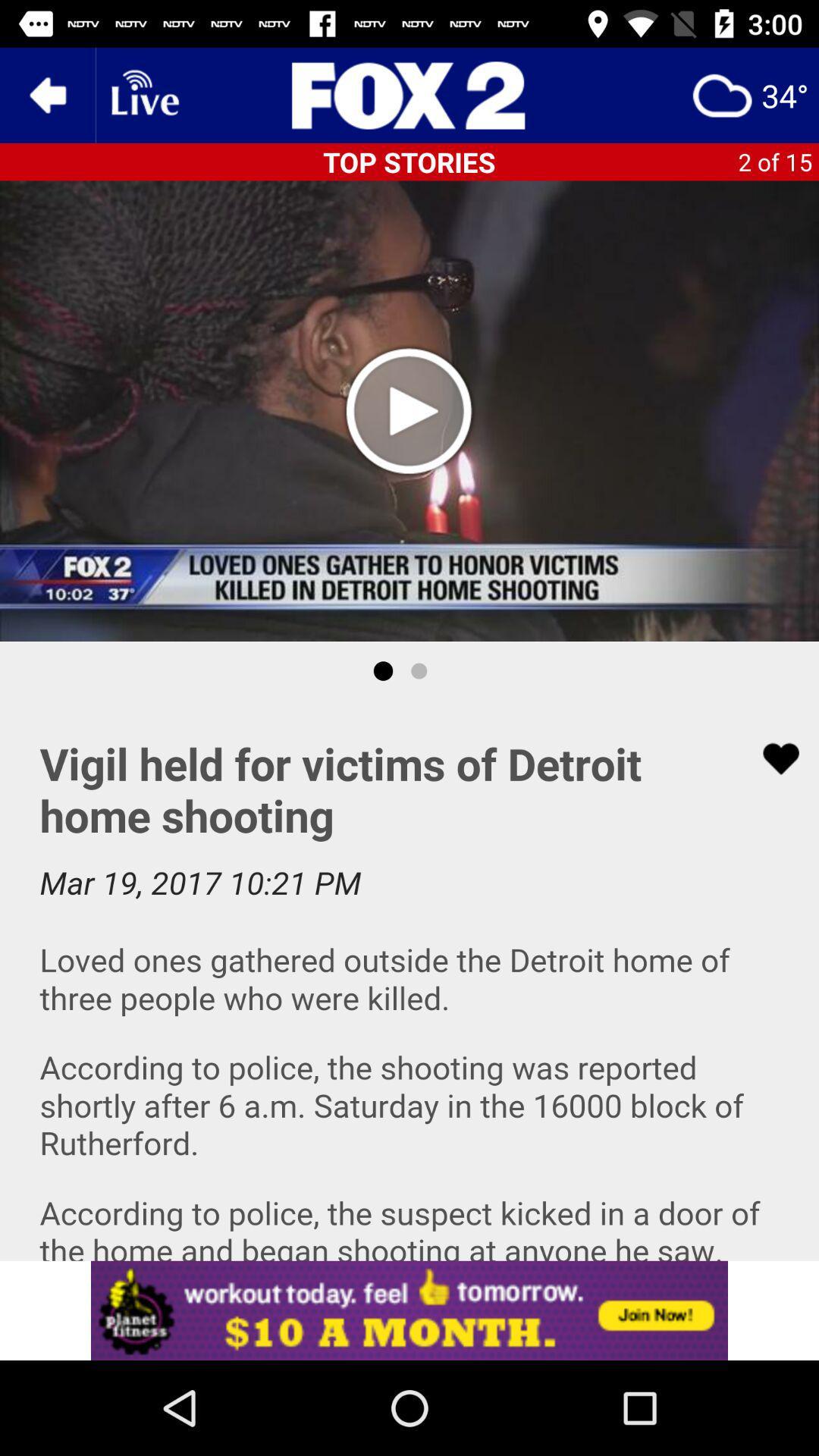 The image size is (819, 1456). Describe the element at coordinates (409, 411) in the screenshot. I see `the play button which is below top stories` at that location.